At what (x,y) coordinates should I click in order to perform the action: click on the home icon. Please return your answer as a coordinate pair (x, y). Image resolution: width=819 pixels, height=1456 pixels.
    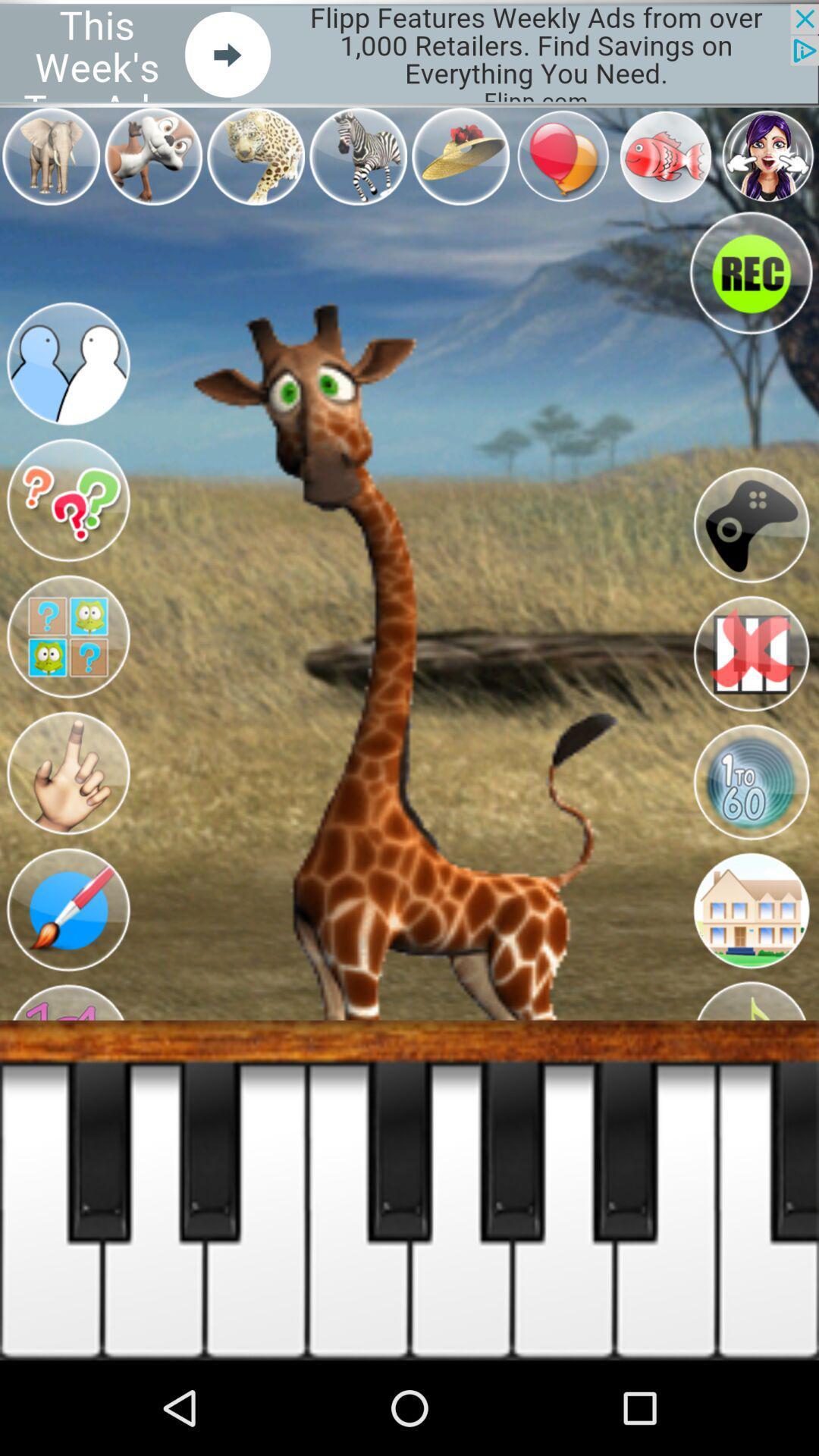
    Looking at the image, I should click on (751, 974).